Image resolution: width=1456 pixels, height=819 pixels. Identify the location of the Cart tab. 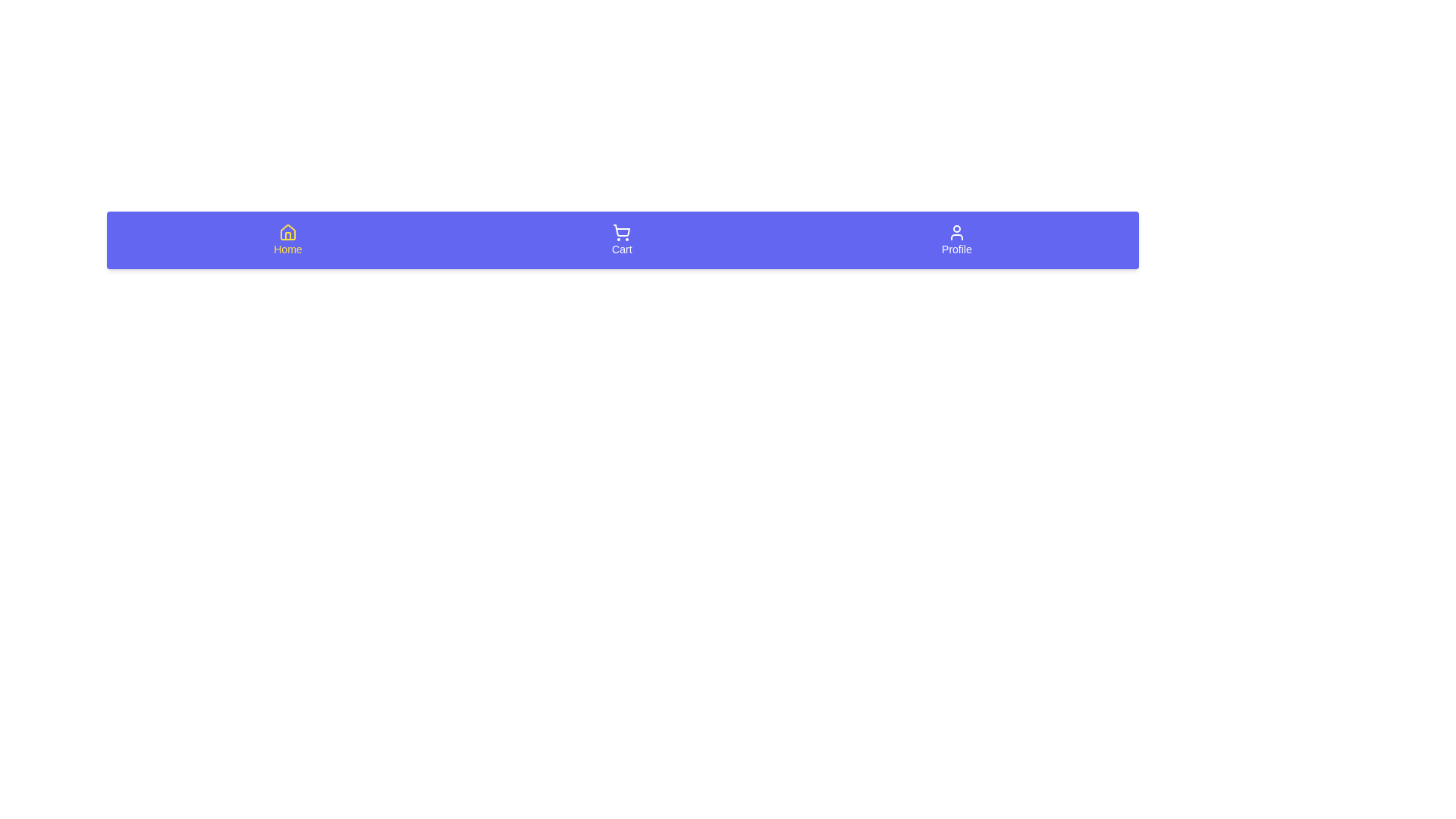
(622, 239).